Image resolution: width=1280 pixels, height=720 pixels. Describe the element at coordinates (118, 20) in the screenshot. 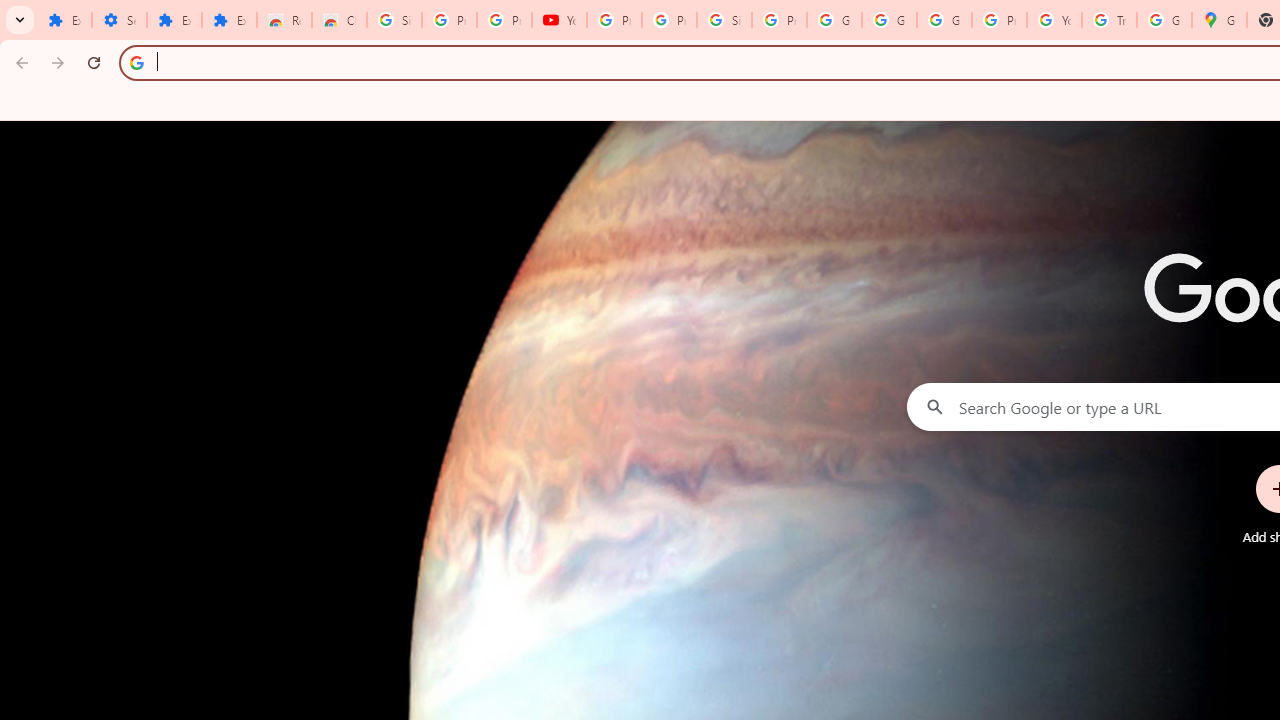

I see `'Settings'` at that location.